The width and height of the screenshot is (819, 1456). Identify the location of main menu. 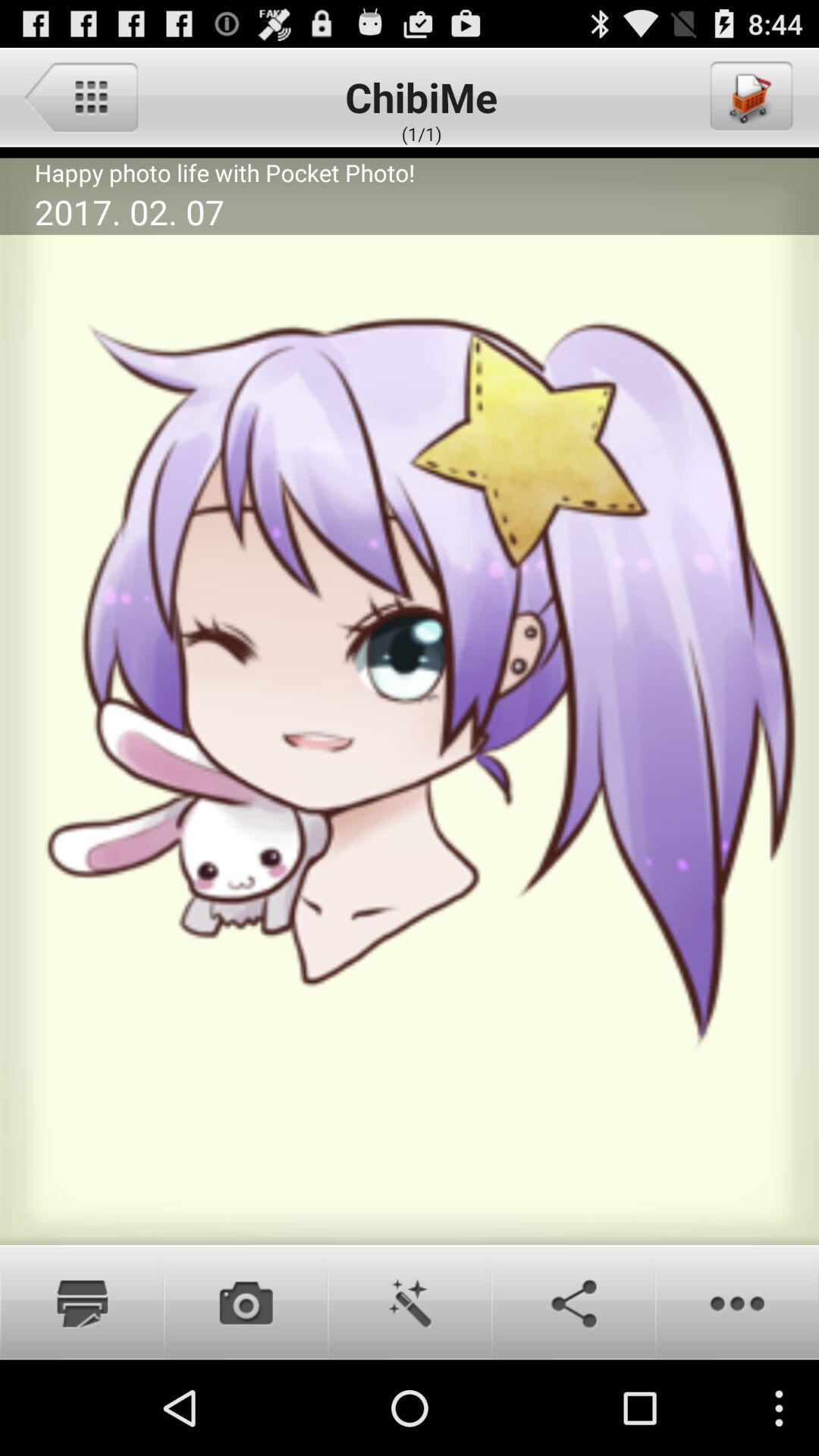
(80, 96).